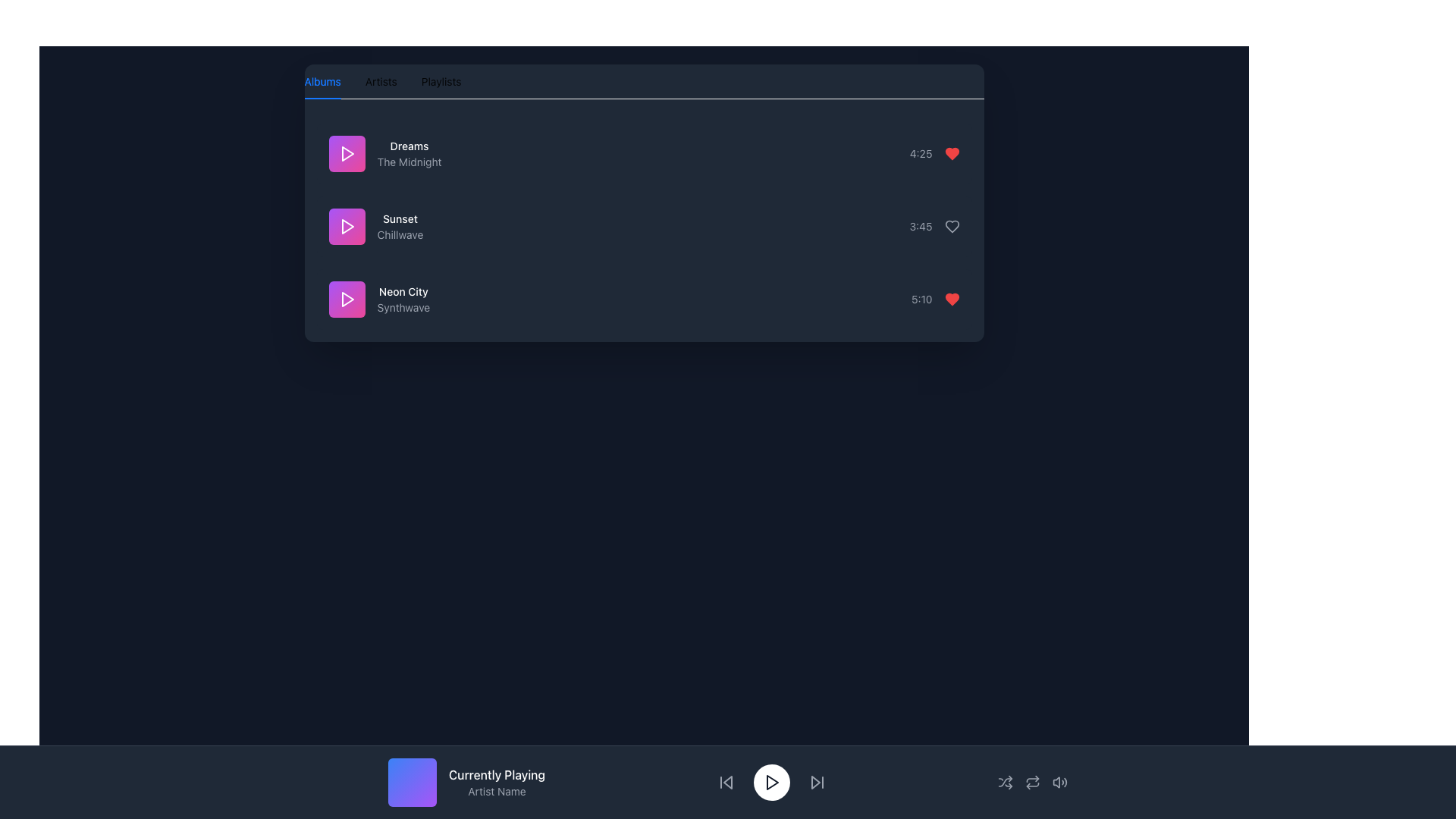 This screenshot has height=819, width=1456. Describe the element at coordinates (346, 154) in the screenshot. I see `the play button for the song 'Dreams' by 'The Midnight'` at that location.